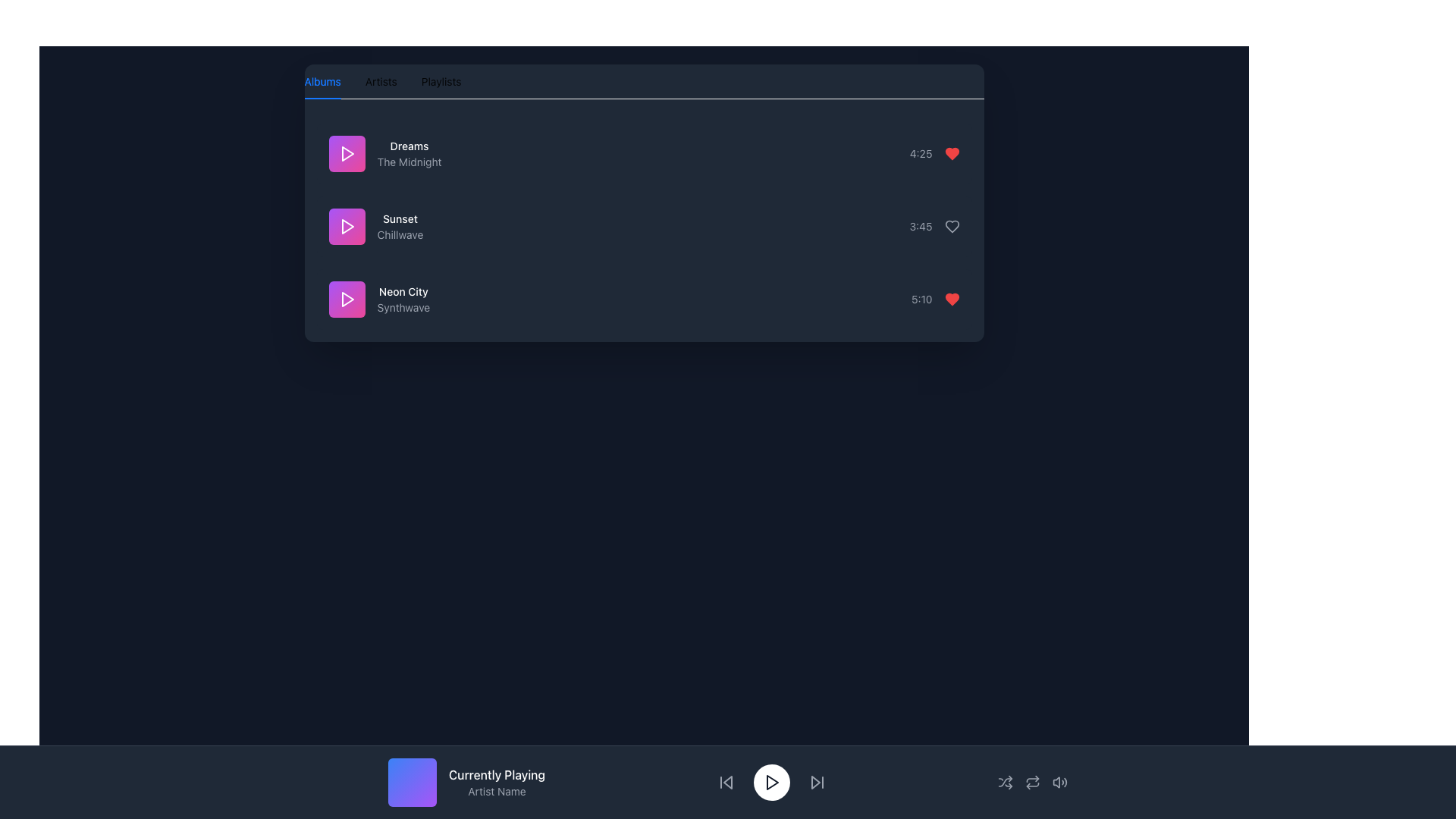 This screenshot has height=819, width=1456. Describe the element at coordinates (346, 154) in the screenshot. I see `the play button for the song 'Dreams' by 'The Midnight'` at that location.